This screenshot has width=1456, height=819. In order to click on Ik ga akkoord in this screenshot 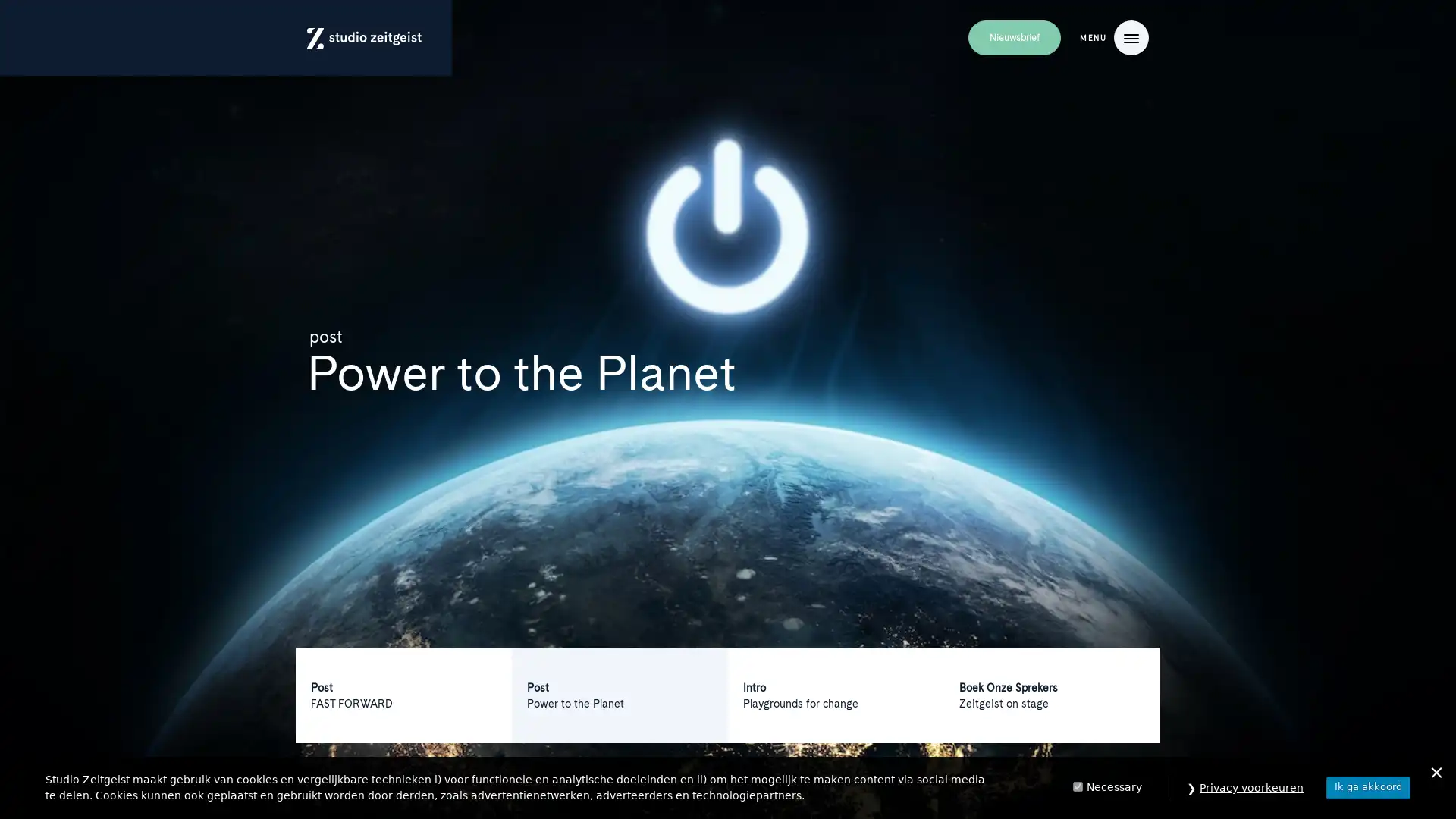, I will do `click(1368, 786)`.